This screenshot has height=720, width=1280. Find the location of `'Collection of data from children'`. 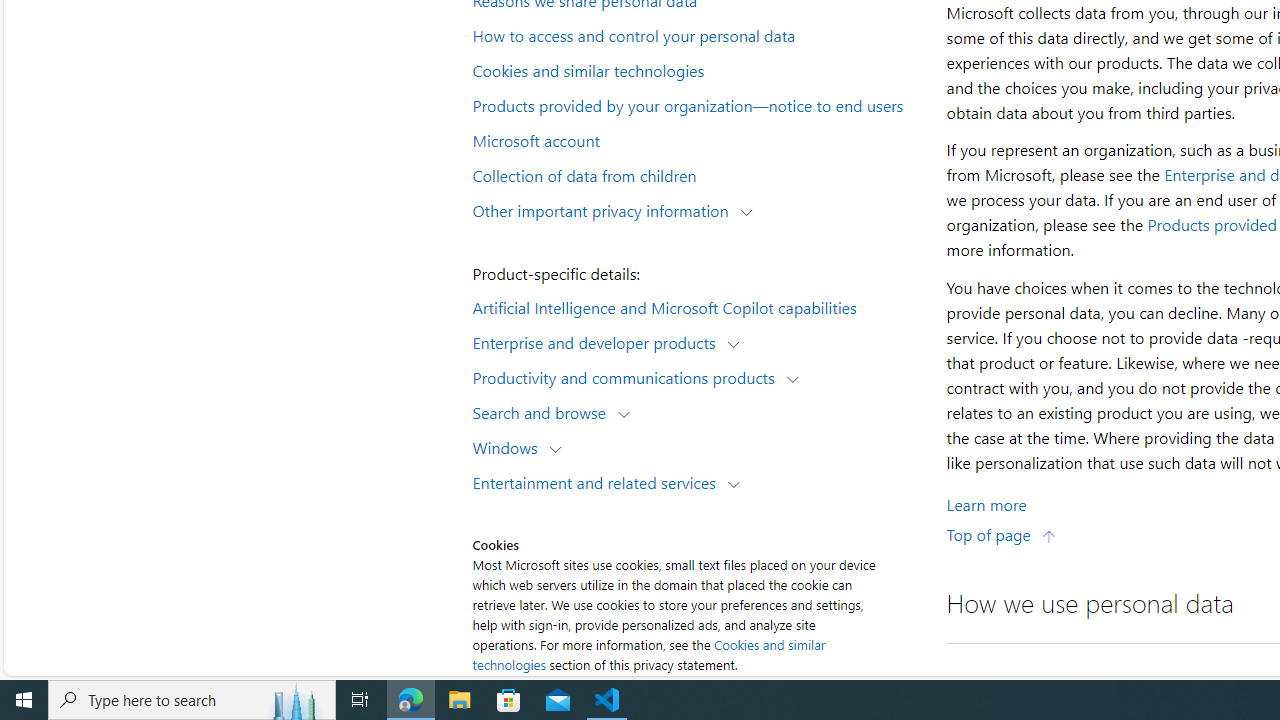

'Collection of data from children' is located at coordinates (696, 173).